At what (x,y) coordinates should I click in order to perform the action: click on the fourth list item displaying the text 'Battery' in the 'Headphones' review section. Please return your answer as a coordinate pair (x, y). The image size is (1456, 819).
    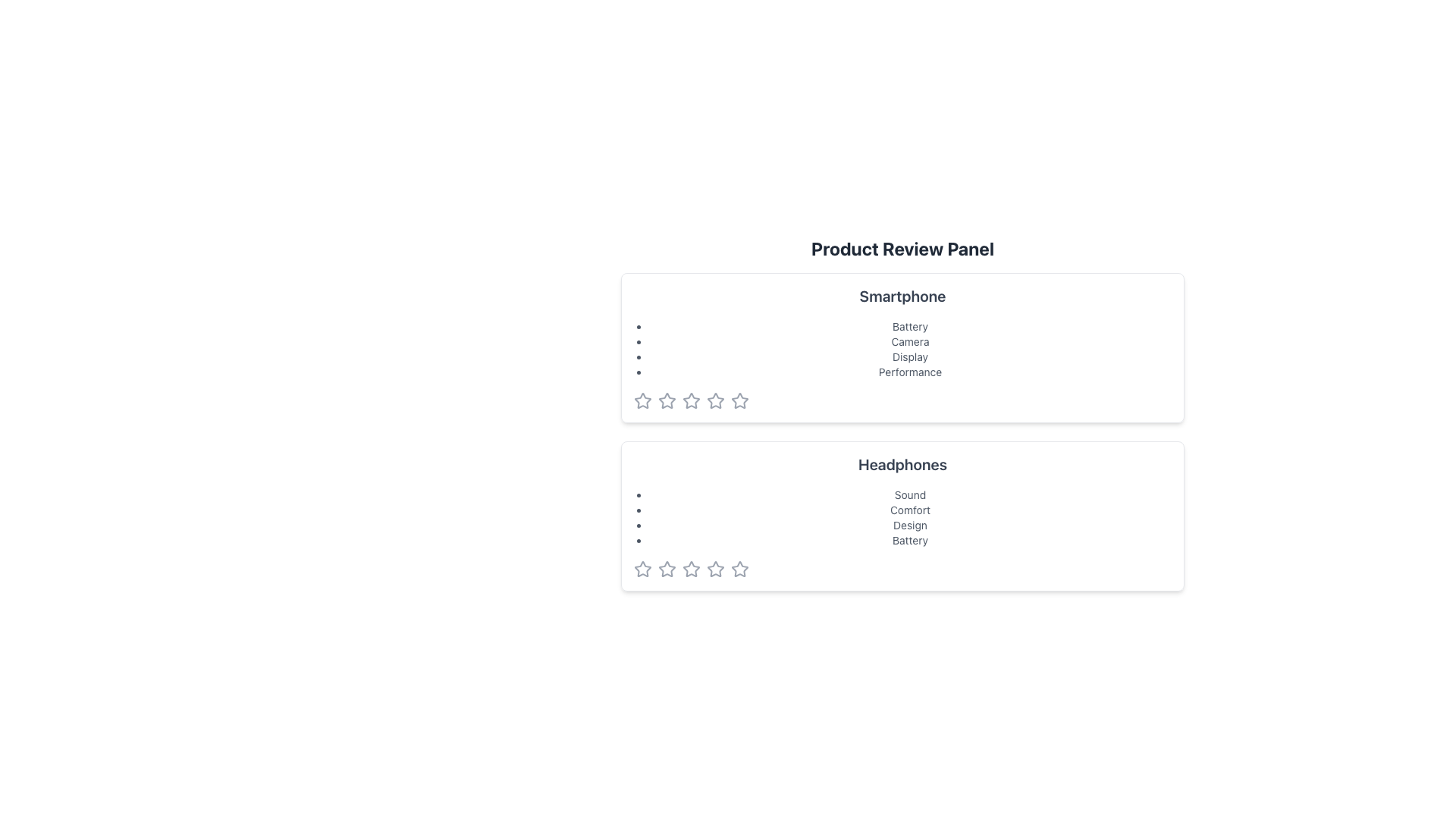
    Looking at the image, I should click on (910, 540).